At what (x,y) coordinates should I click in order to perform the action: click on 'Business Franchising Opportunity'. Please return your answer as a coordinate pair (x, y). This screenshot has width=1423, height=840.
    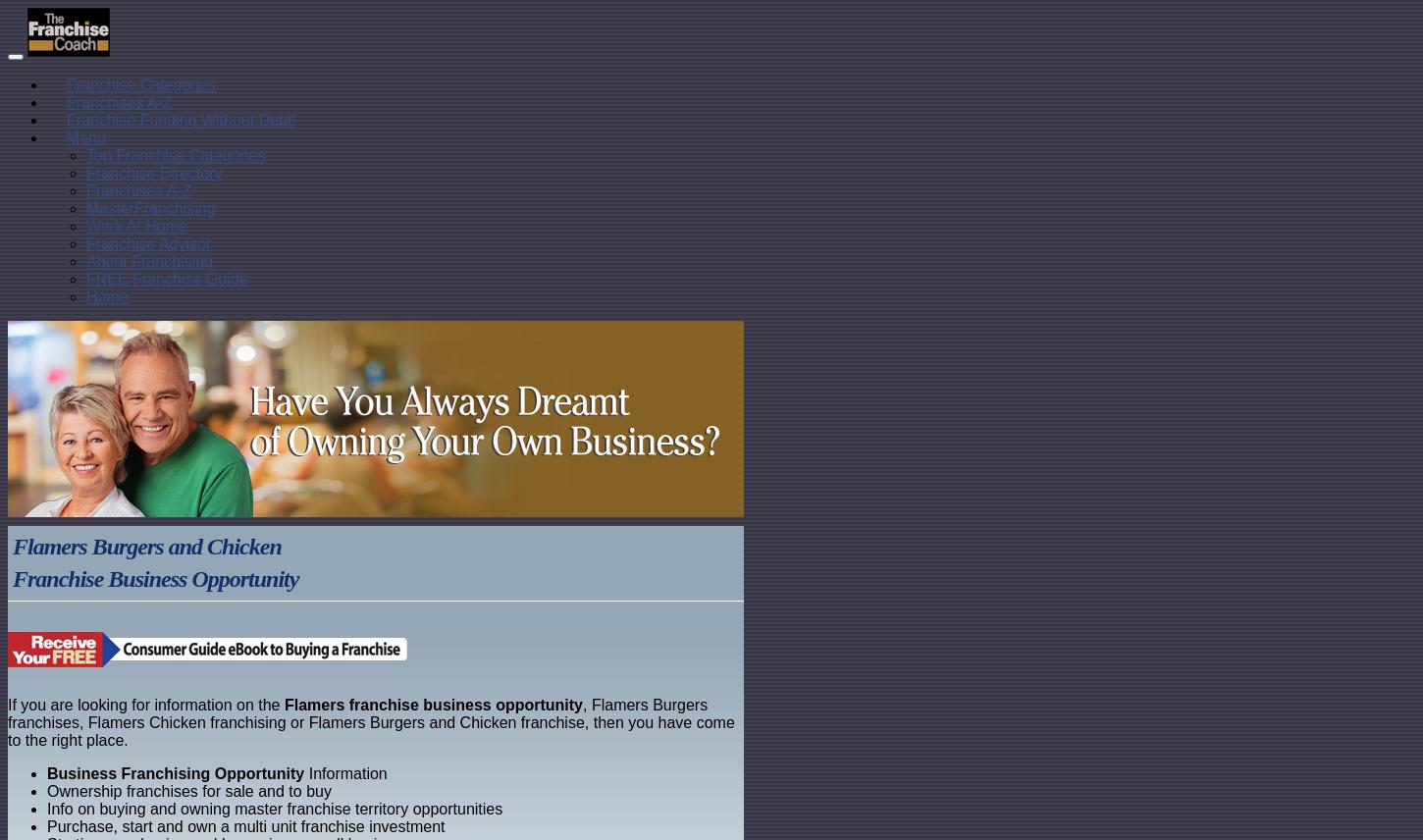
    Looking at the image, I should click on (174, 773).